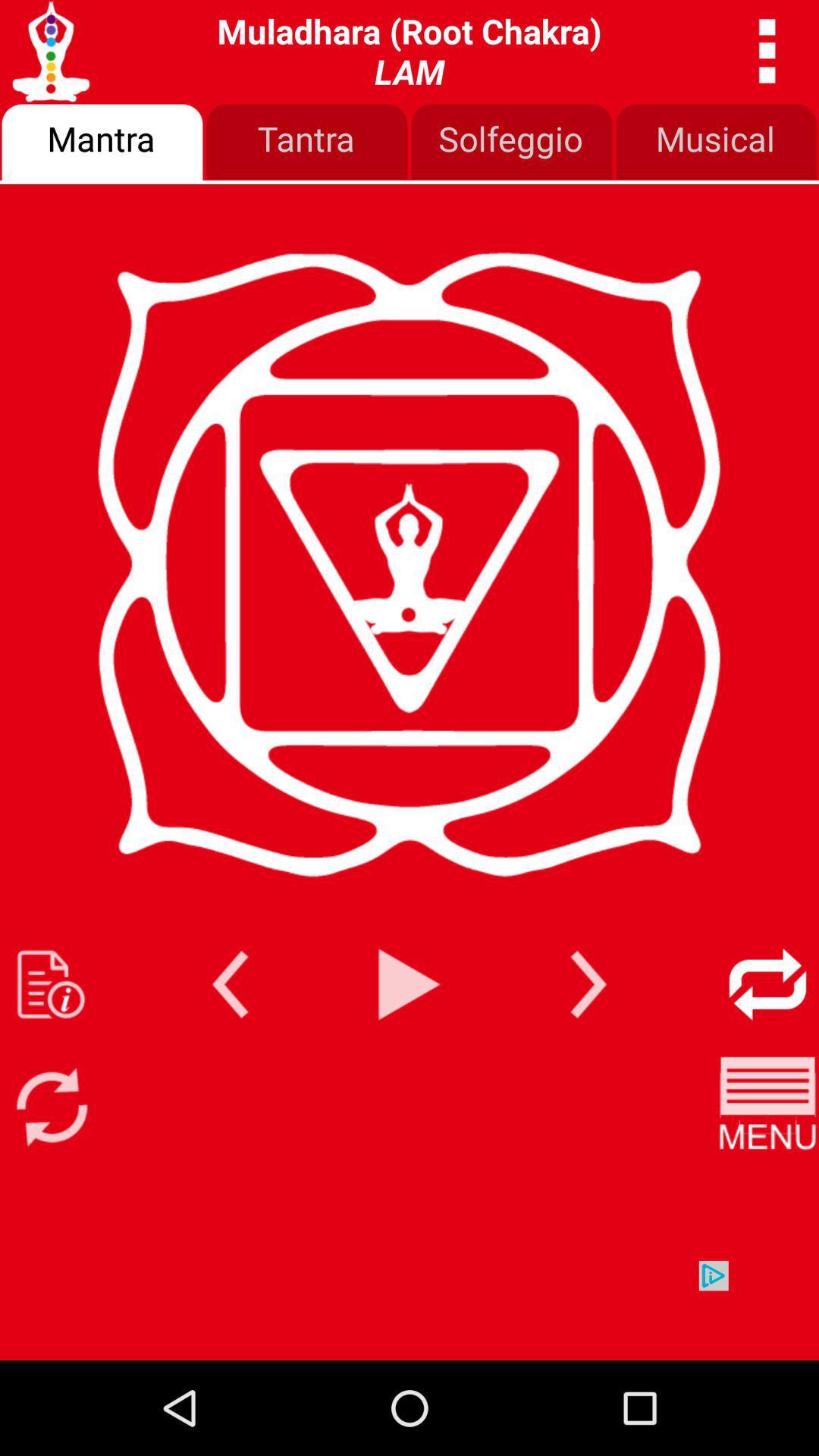 The height and width of the screenshot is (1456, 819). What do you see at coordinates (409, 1053) in the screenshot?
I see `the play icon` at bounding box center [409, 1053].